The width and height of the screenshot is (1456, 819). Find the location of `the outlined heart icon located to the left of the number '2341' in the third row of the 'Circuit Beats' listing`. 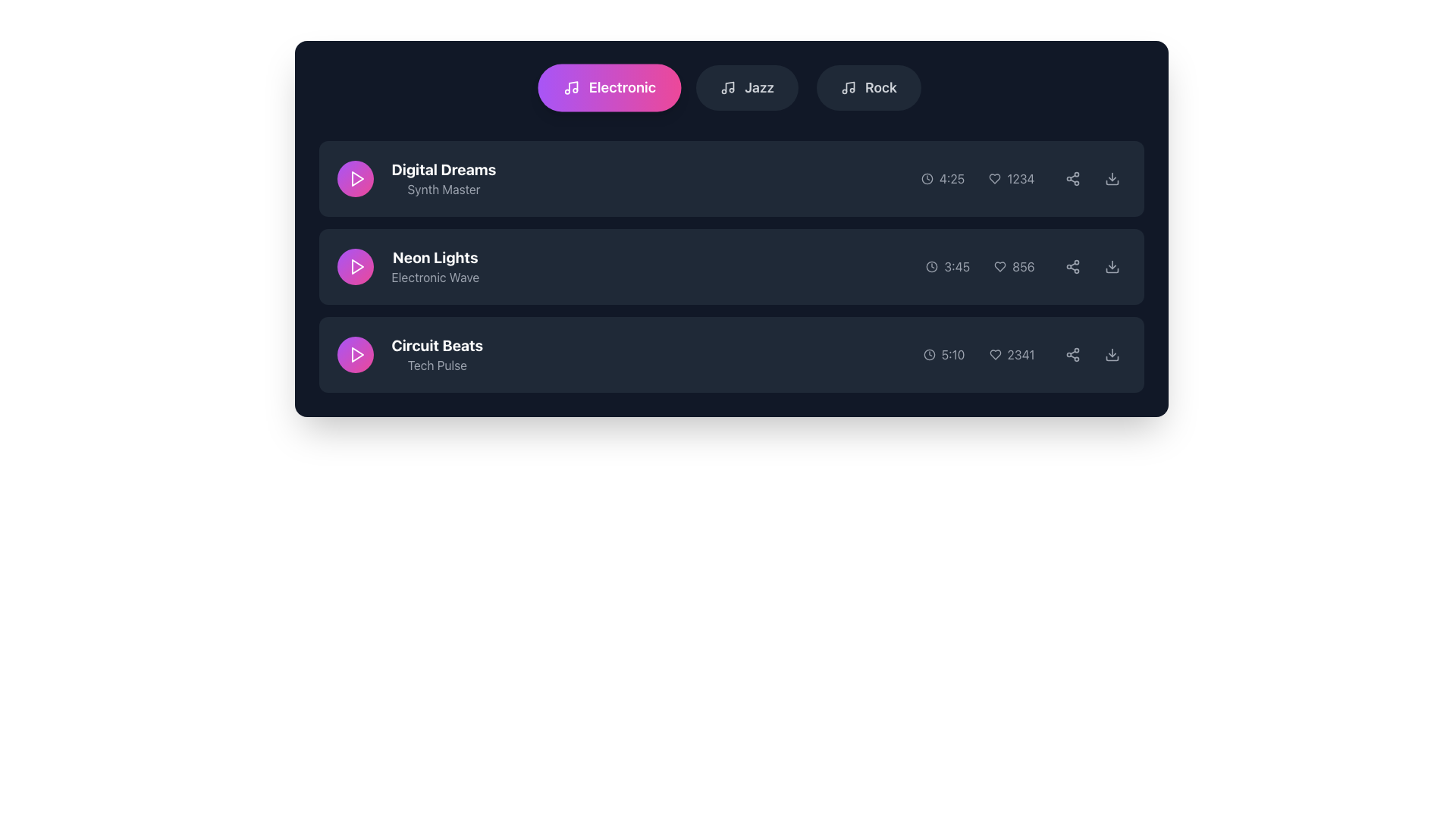

the outlined heart icon located to the left of the number '2341' in the third row of the 'Circuit Beats' listing is located at coordinates (995, 354).